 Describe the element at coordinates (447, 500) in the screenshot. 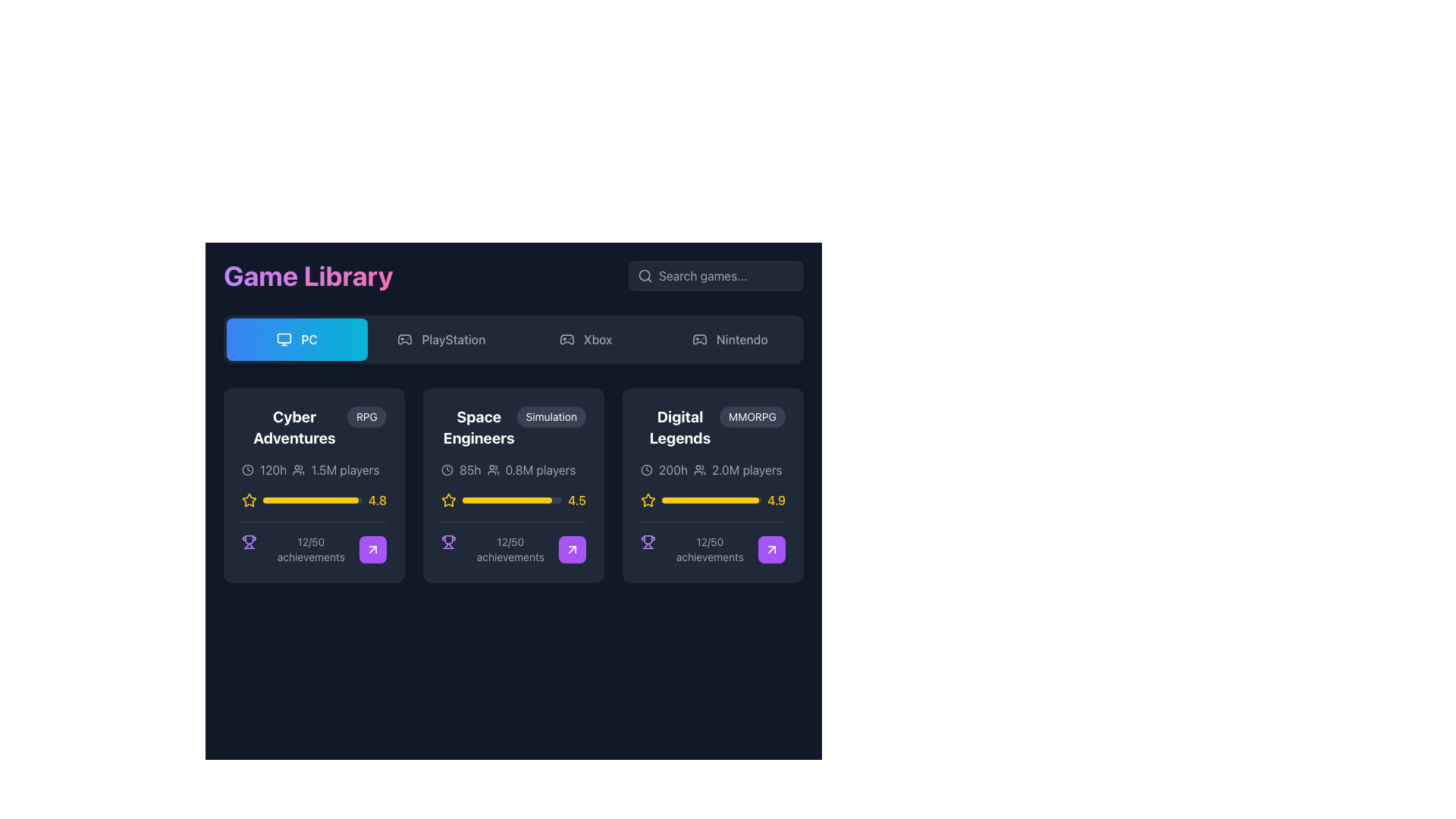

I see `the star icon with a yellow outline located in the 'Space Engineers' section, to the left of the text displaying '4.5'` at that location.